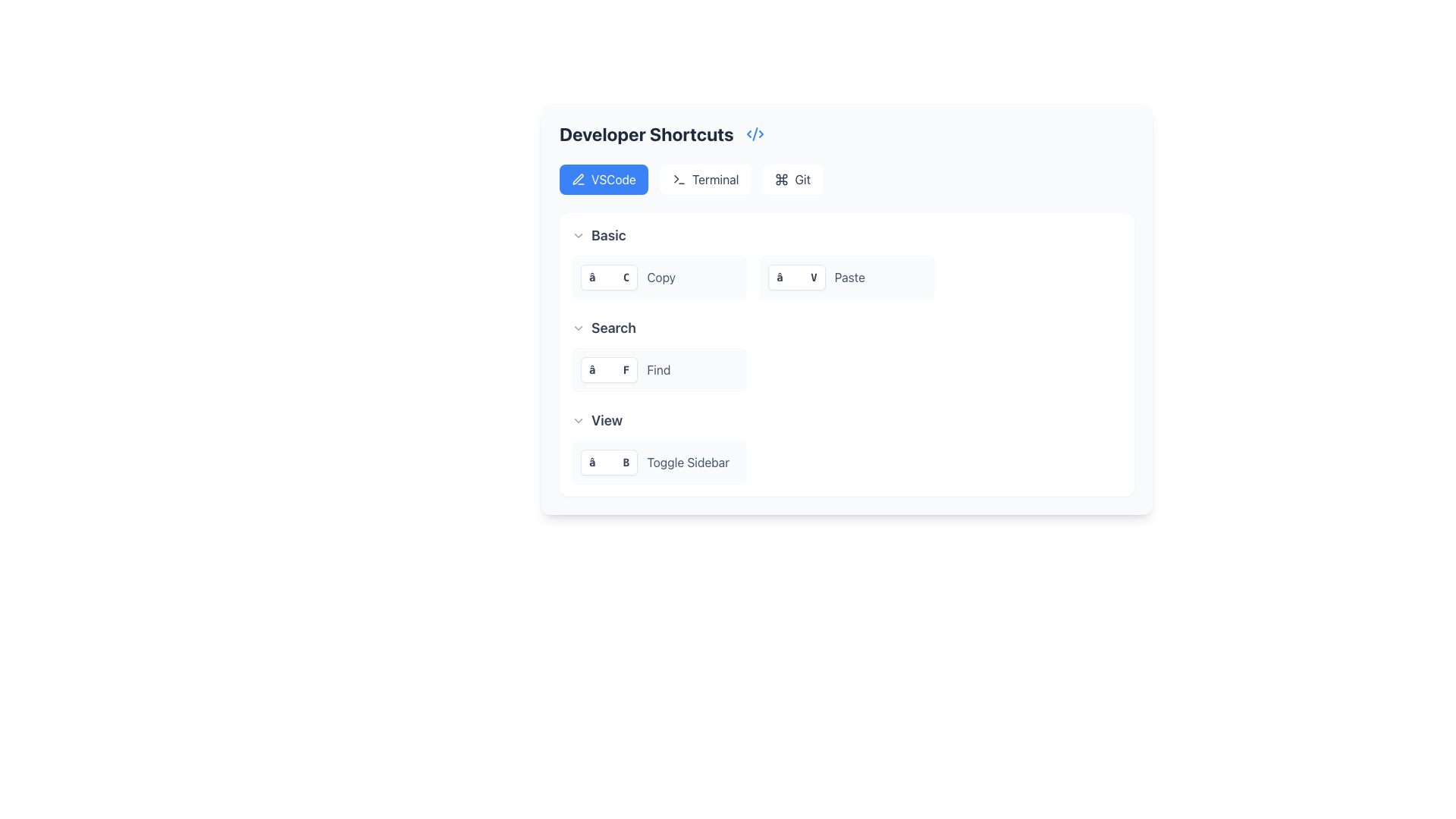  What do you see at coordinates (755, 133) in the screenshot?
I see `the blue SVG icon resembling code brackets located to the right of the text 'Developer Shortcuts'` at bounding box center [755, 133].